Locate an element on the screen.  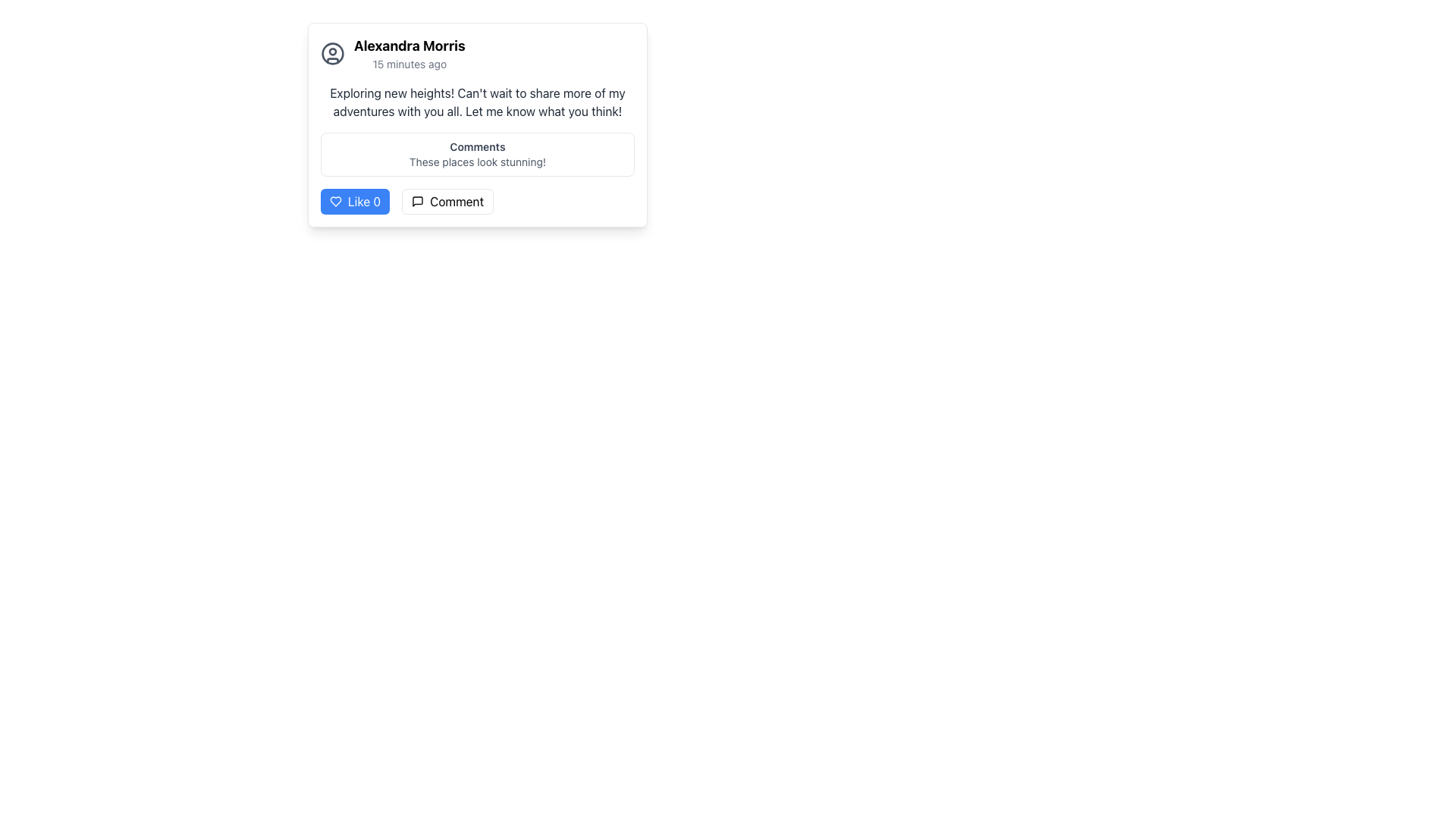
the 'Like 0' button, which is styled with a blue background and located beneath the user post interface, to interact with it is located at coordinates (364, 201).